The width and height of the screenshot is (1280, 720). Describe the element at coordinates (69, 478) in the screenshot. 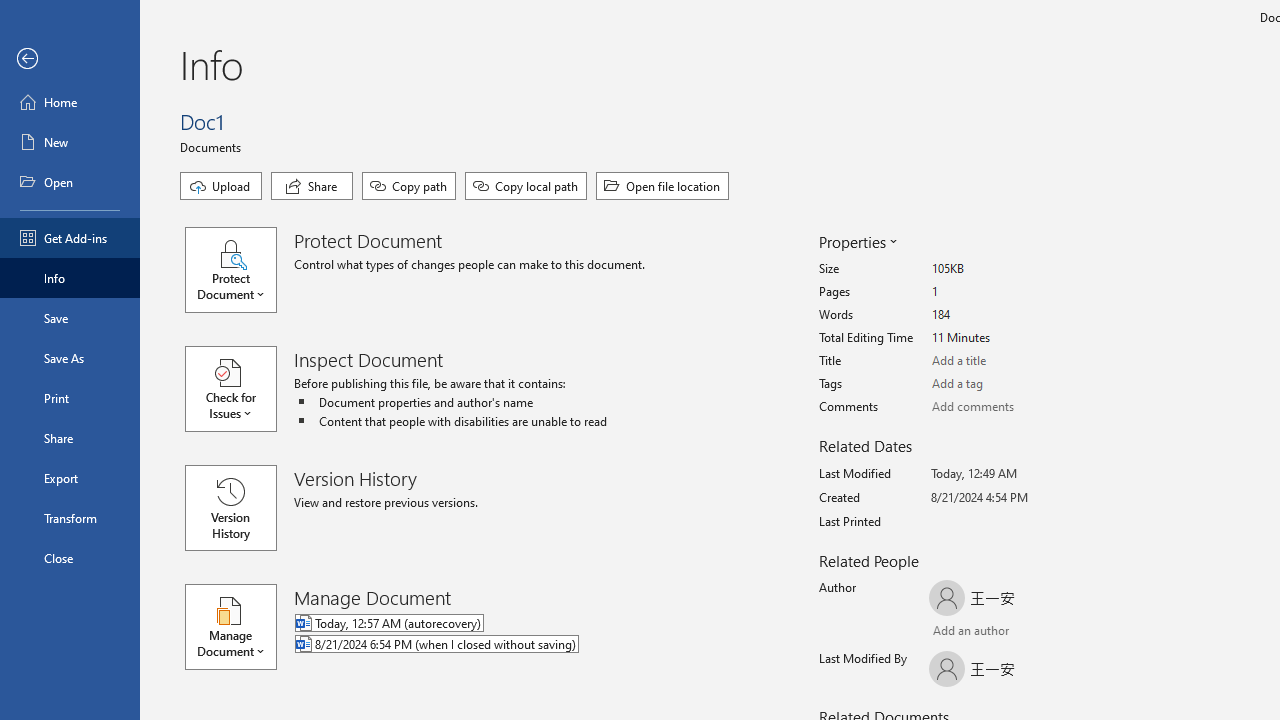

I see `'Export'` at that location.